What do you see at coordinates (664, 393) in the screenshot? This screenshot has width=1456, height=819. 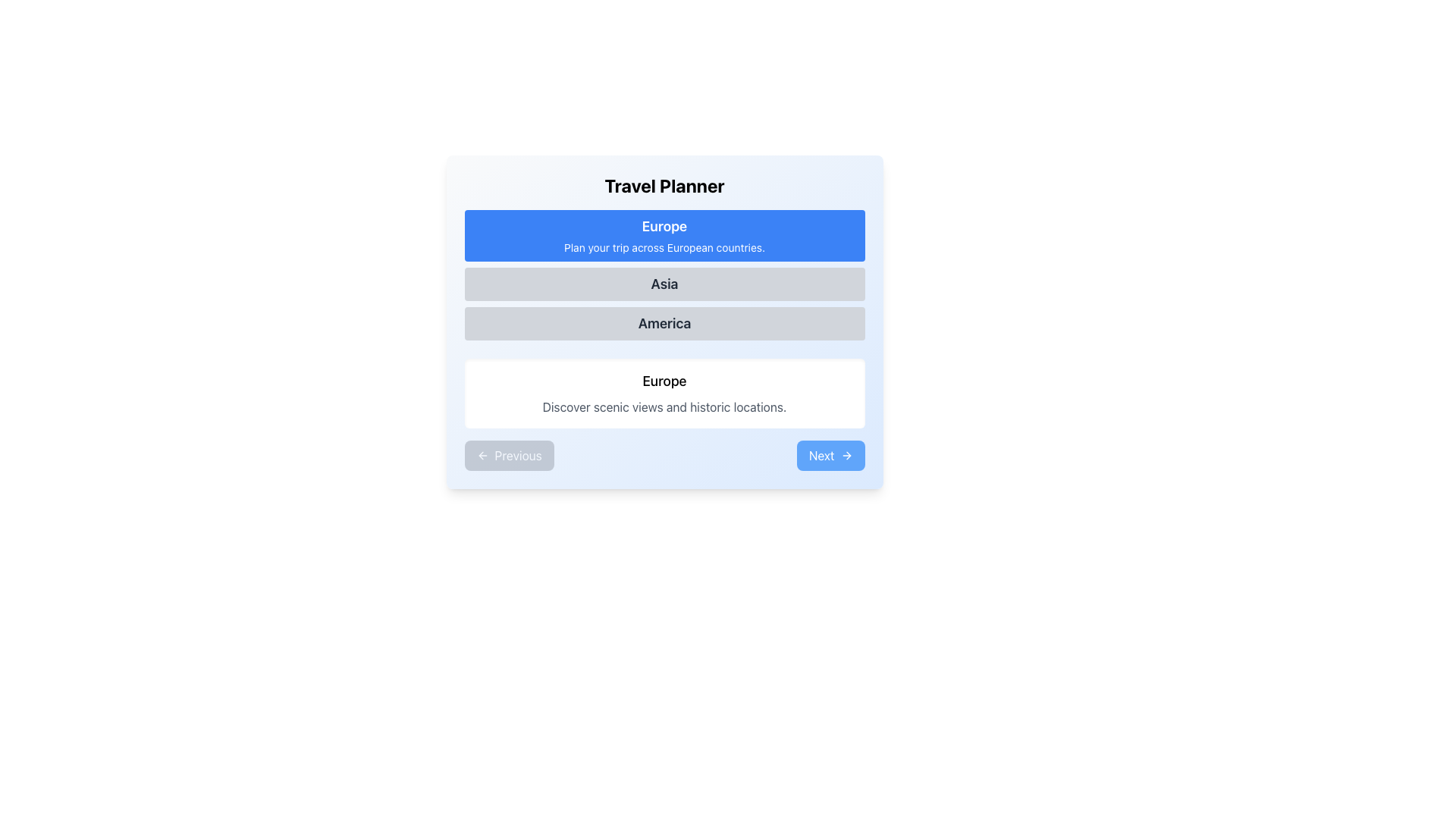 I see `the informational card about Europe located in the 'Travel Planner' section, positioned below the buttons labeled 'Europe', 'Asia', and 'America'` at bounding box center [664, 393].